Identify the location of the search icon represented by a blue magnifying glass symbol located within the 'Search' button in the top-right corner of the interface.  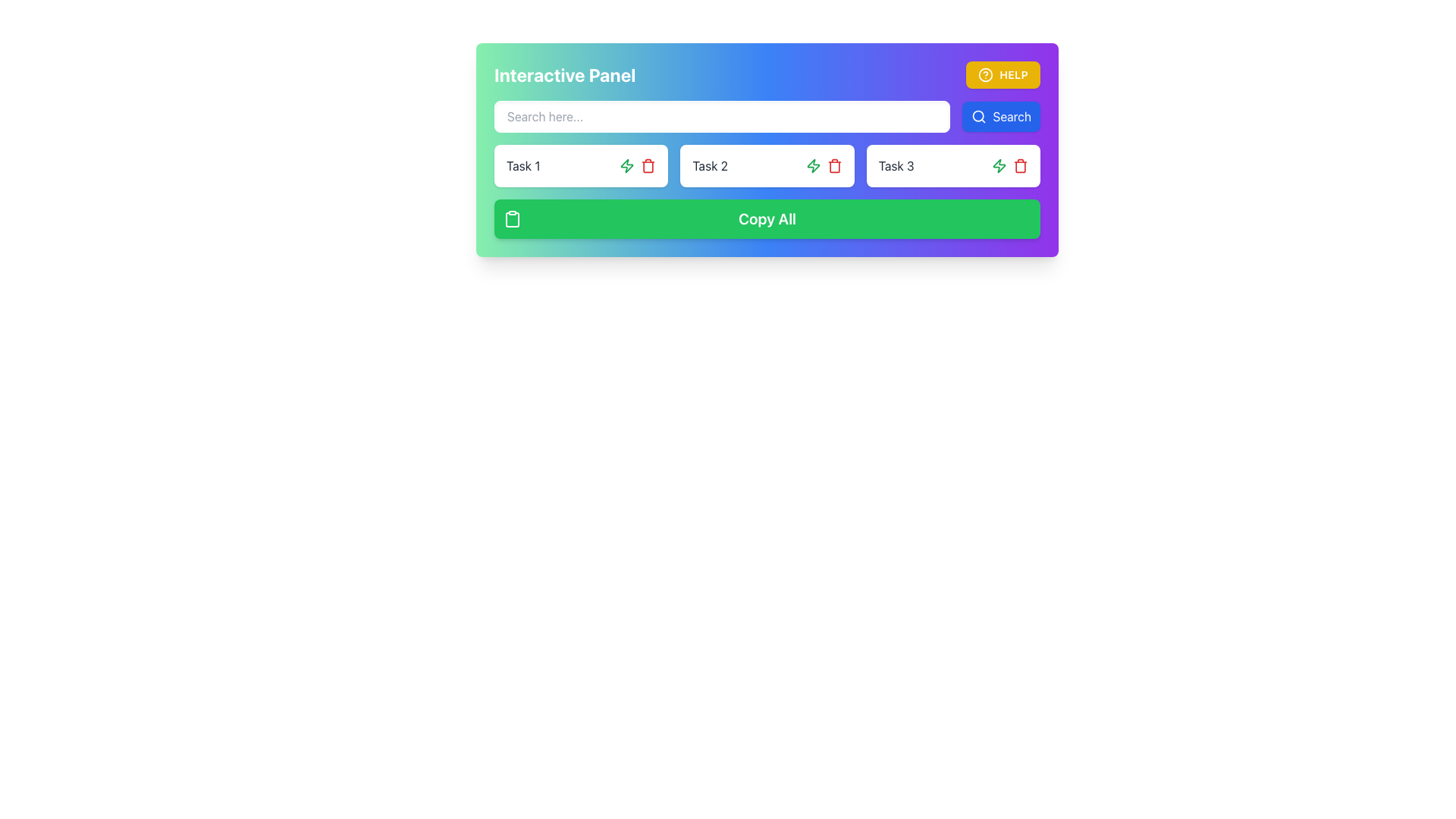
(979, 116).